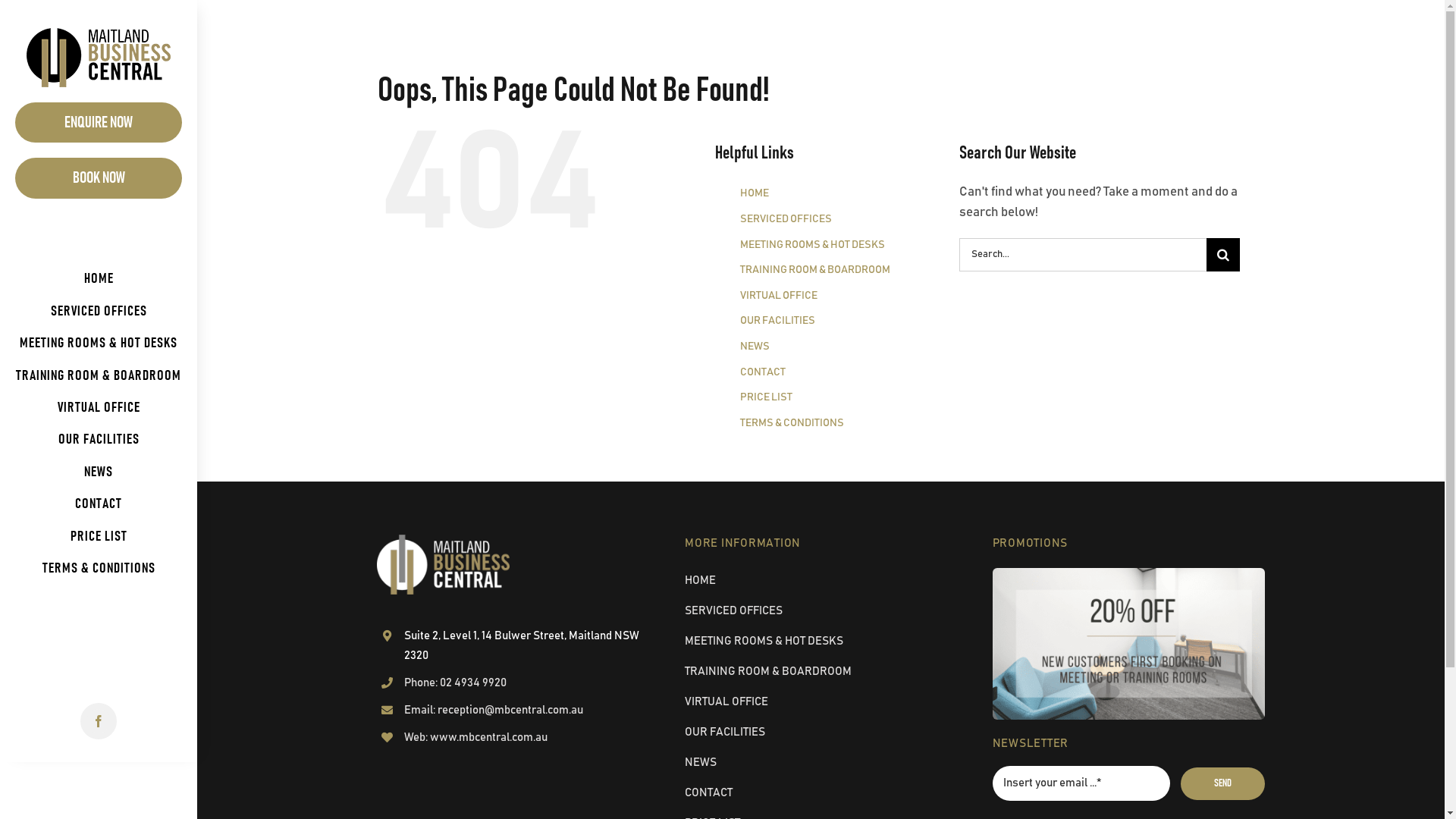  I want to click on 'ENQUIRE NOW', so click(14, 121).